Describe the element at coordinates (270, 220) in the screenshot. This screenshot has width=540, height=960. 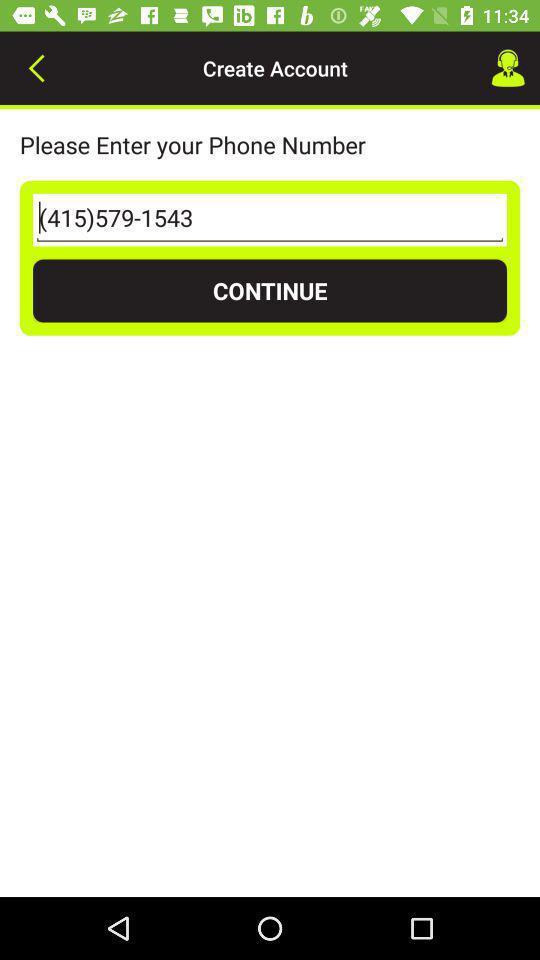
I see `item below the please enter your` at that location.